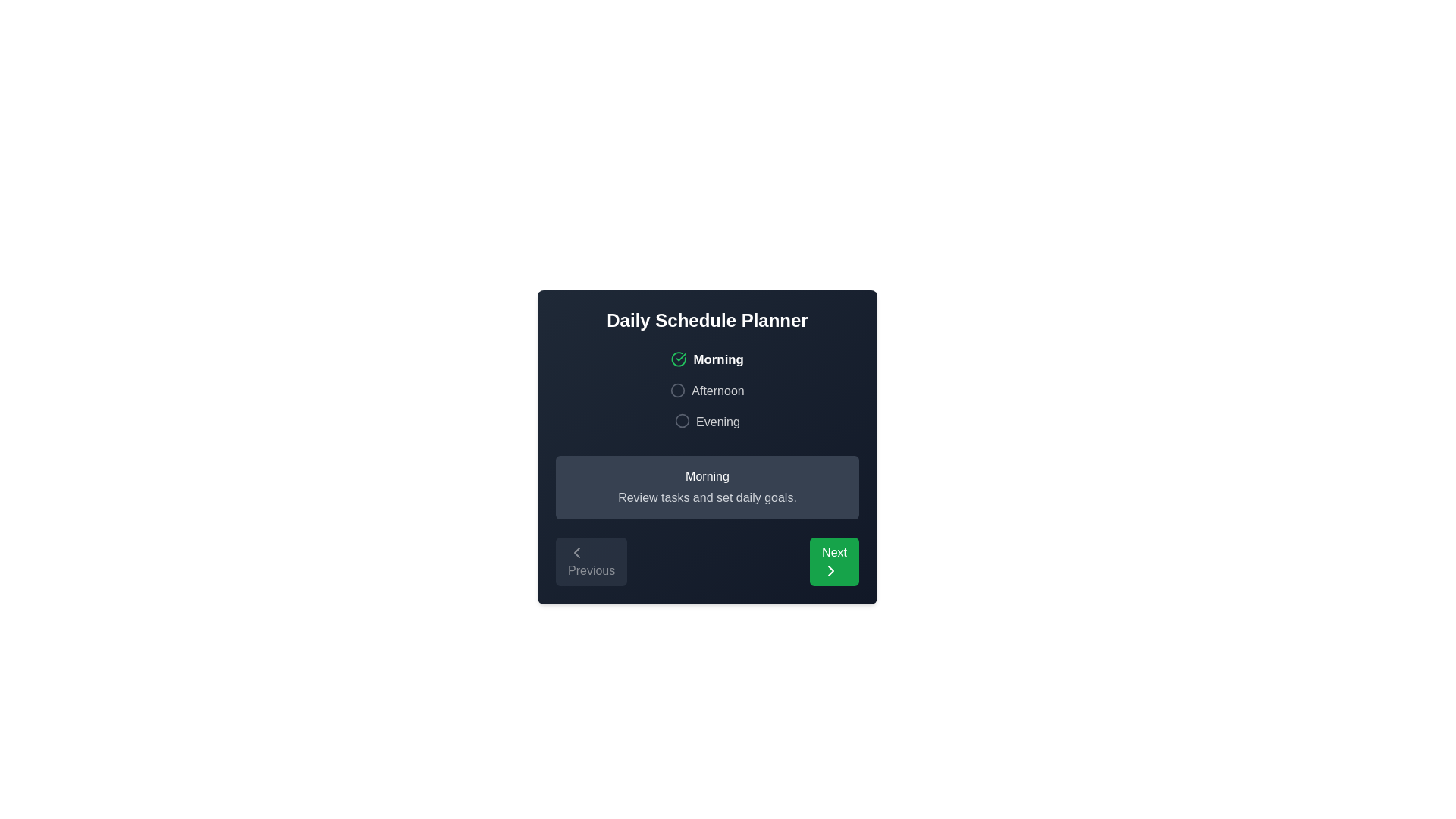 The width and height of the screenshot is (1456, 819). Describe the element at coordinates (830, 571) in the screenshot. I see `the rightward-facing chevron icon located on the far-right side of the green 'Next' button` at that location.